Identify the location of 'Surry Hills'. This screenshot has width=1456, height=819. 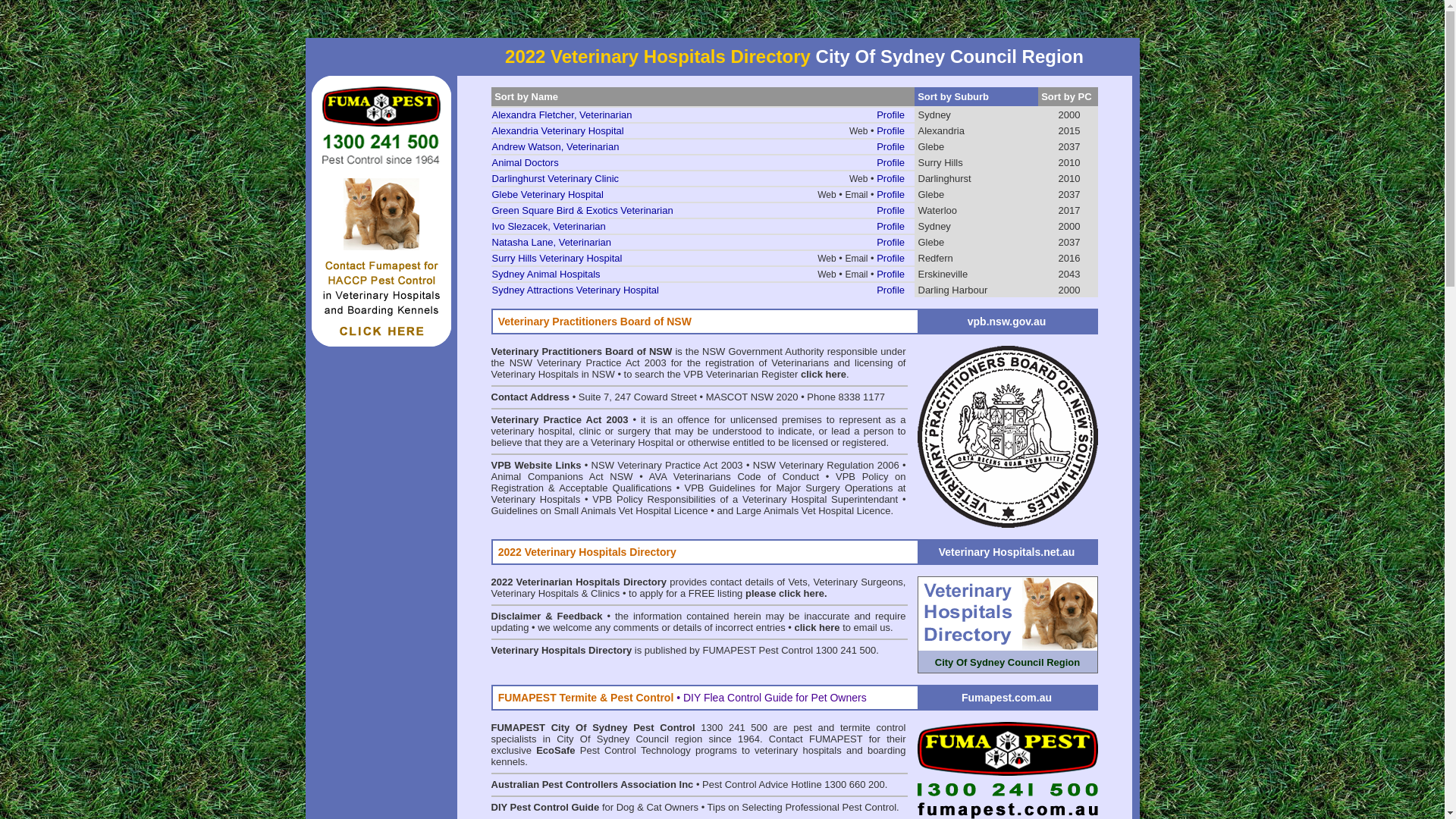
(916, 162).